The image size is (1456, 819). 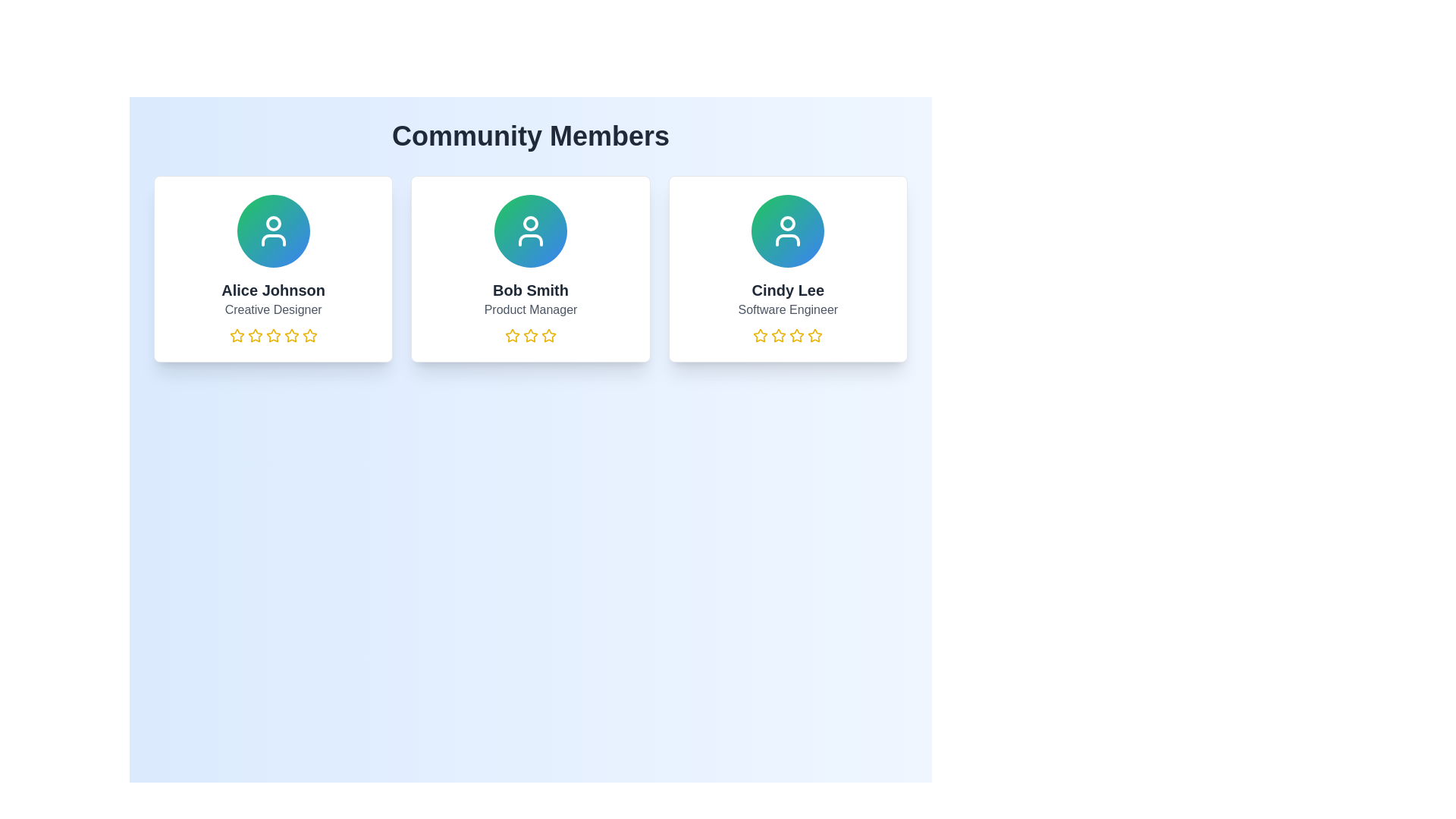 What do you see at coordinates (788, 223) in the screenshot?
I see `the circular part of the user profile icon within the card labeled 'Cindy Lee, Software Engineer.'` at bounding box center [788, 223].